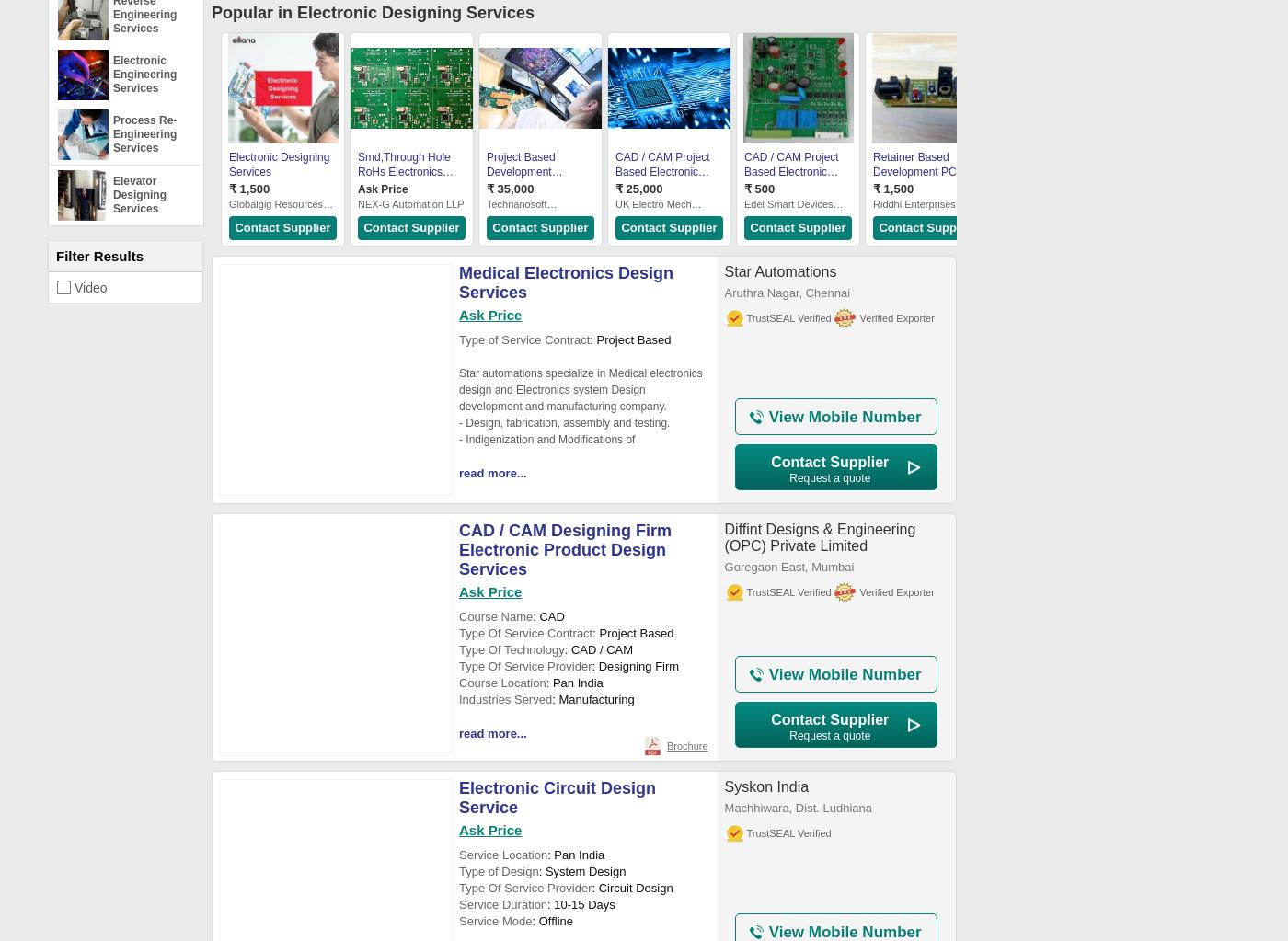  I want to click on 'Elevator Designing Services', so click(140, 193).